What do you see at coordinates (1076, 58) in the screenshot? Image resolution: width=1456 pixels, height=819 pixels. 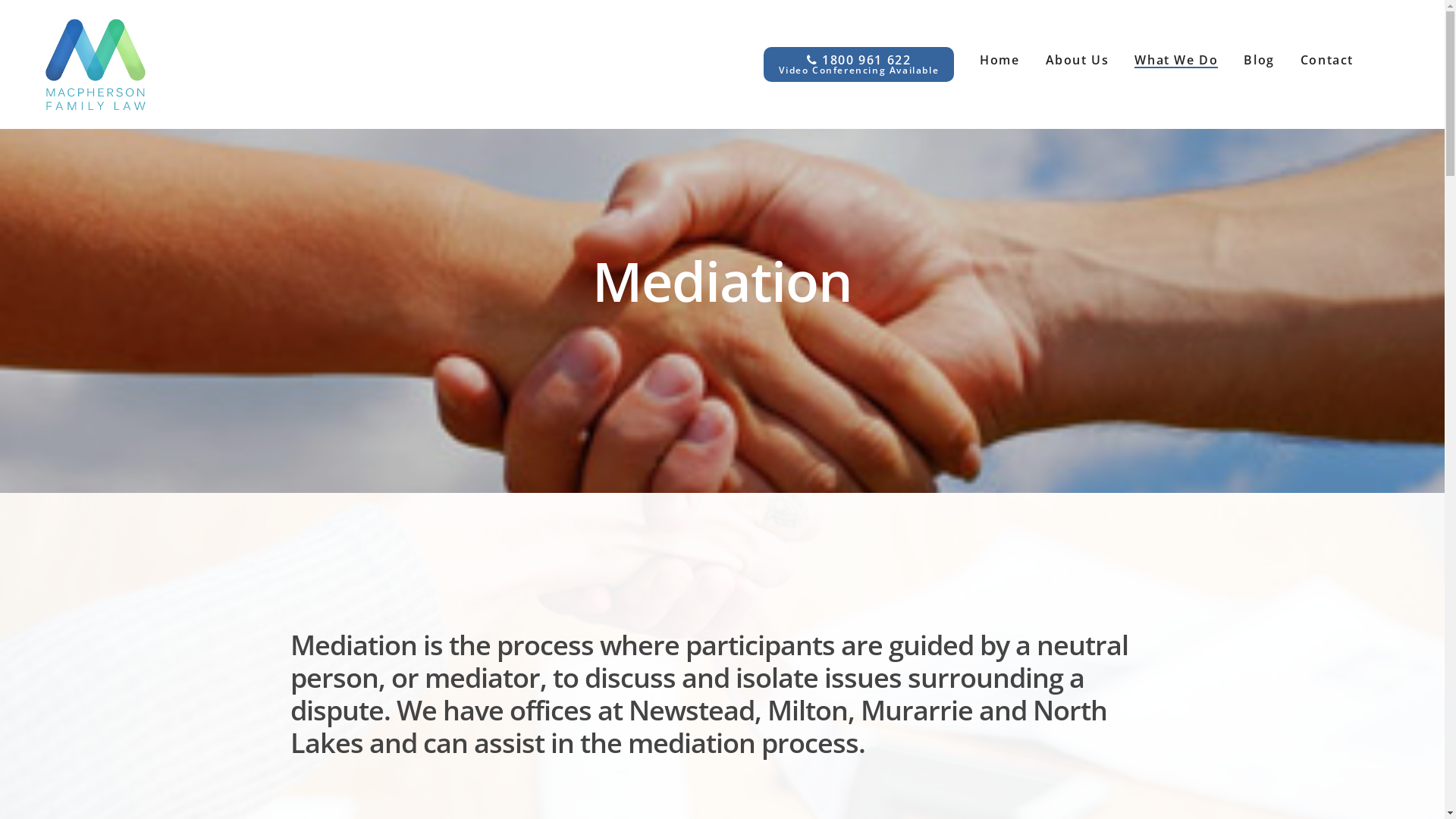 I see `'About Us'` at bounding box center [1076, 58].